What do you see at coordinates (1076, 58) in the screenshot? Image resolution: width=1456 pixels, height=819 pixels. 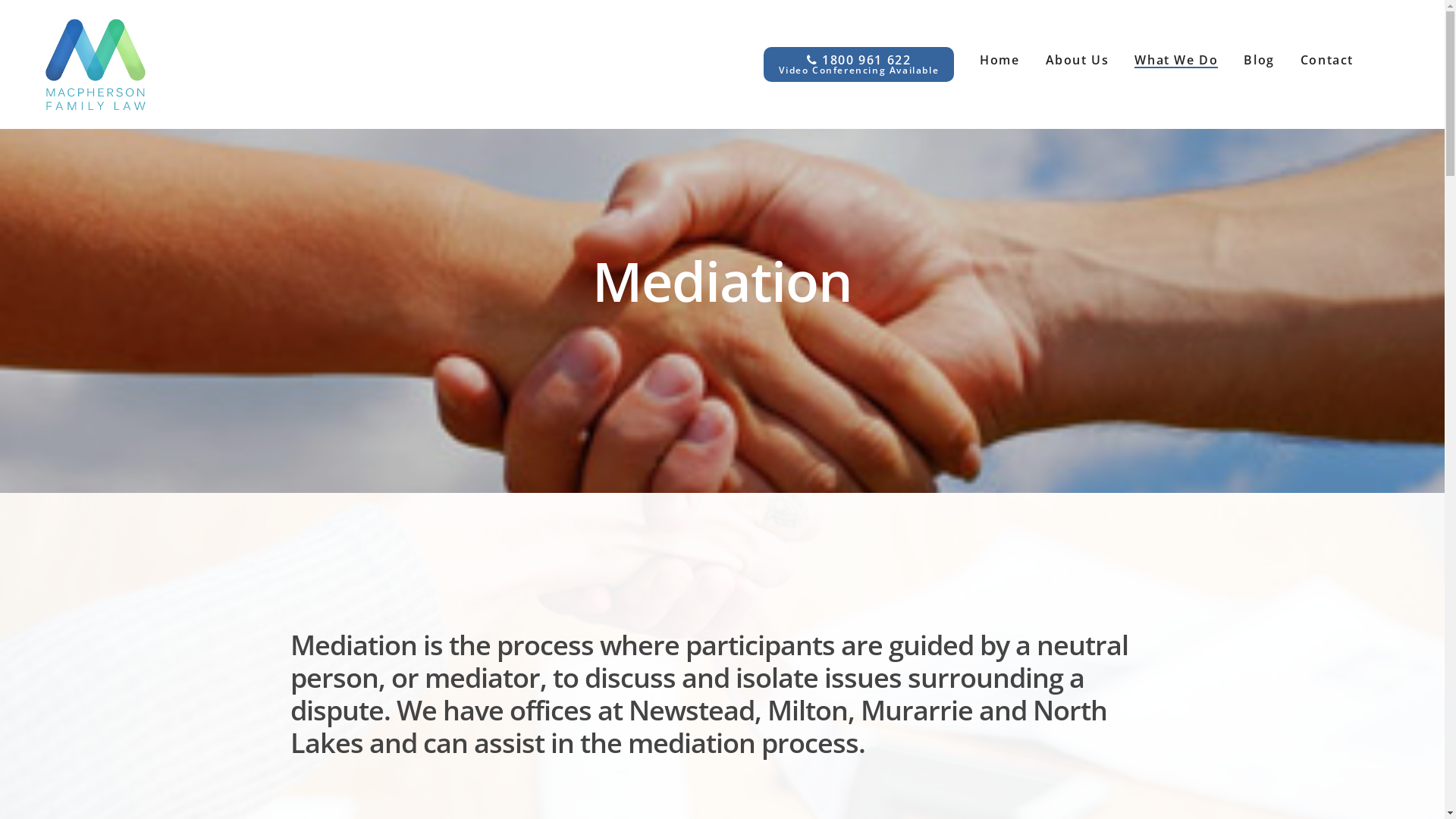 I see `'About Us'` at bounding box center [1076, 58].